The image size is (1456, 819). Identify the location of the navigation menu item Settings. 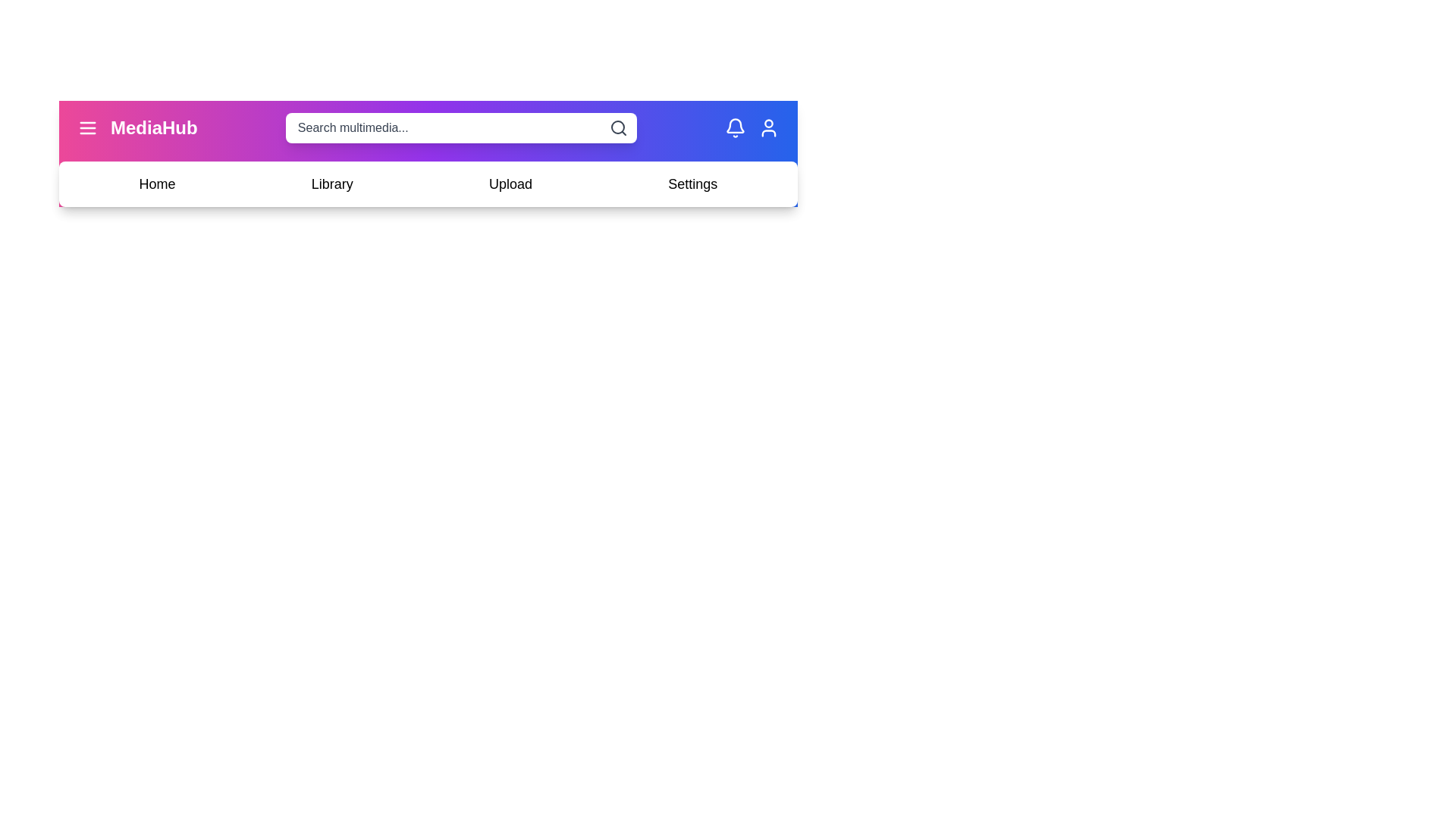
(692, 184).